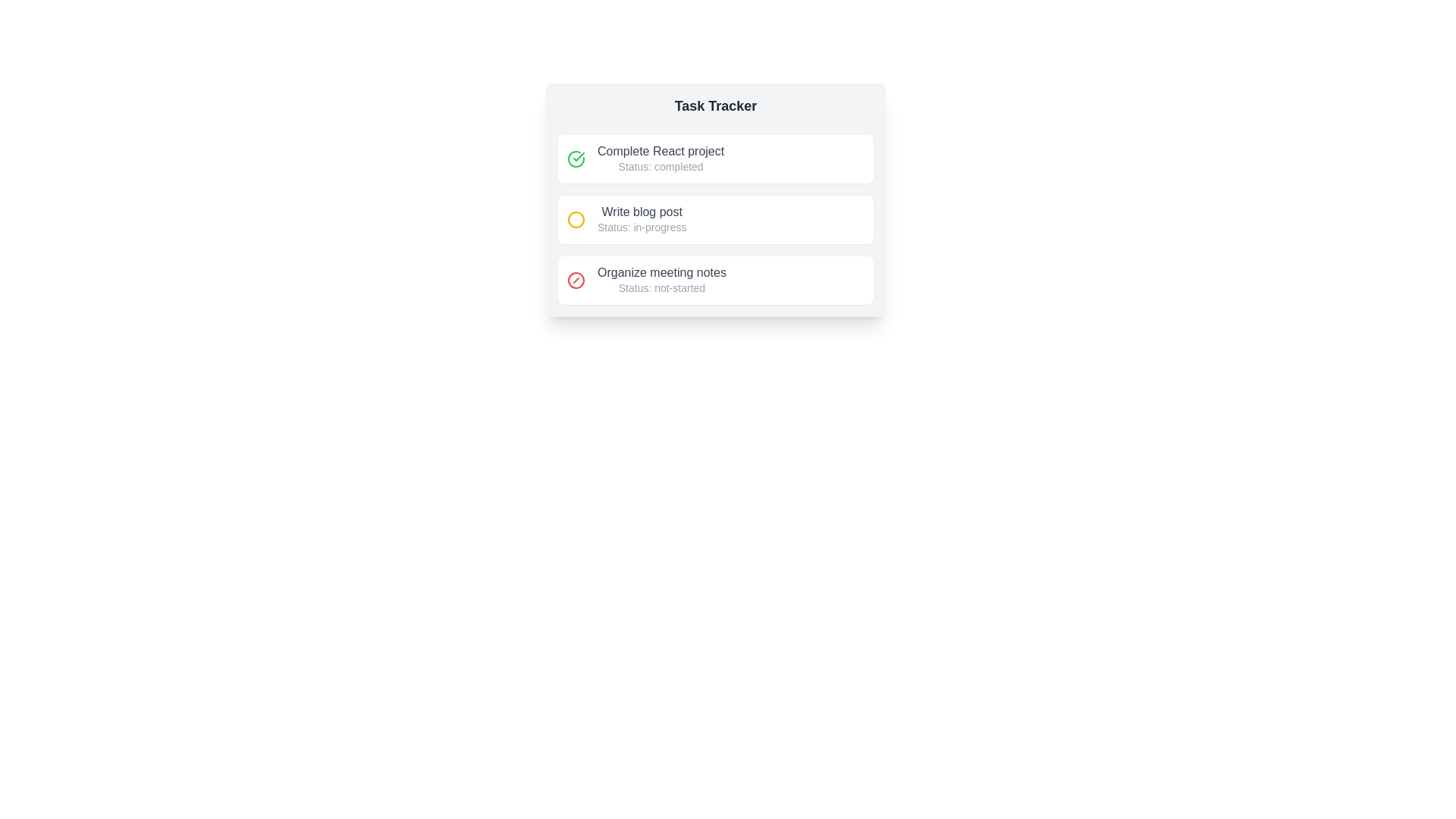 Image resolution: width=1456 pixels, height=819 pixels. Describe the element at coordinates (662, 288) in the screenshot. I see `the 'Status: not-started' text label located directly below 'Organize meeting notes' in the task tracker interface` at that location.